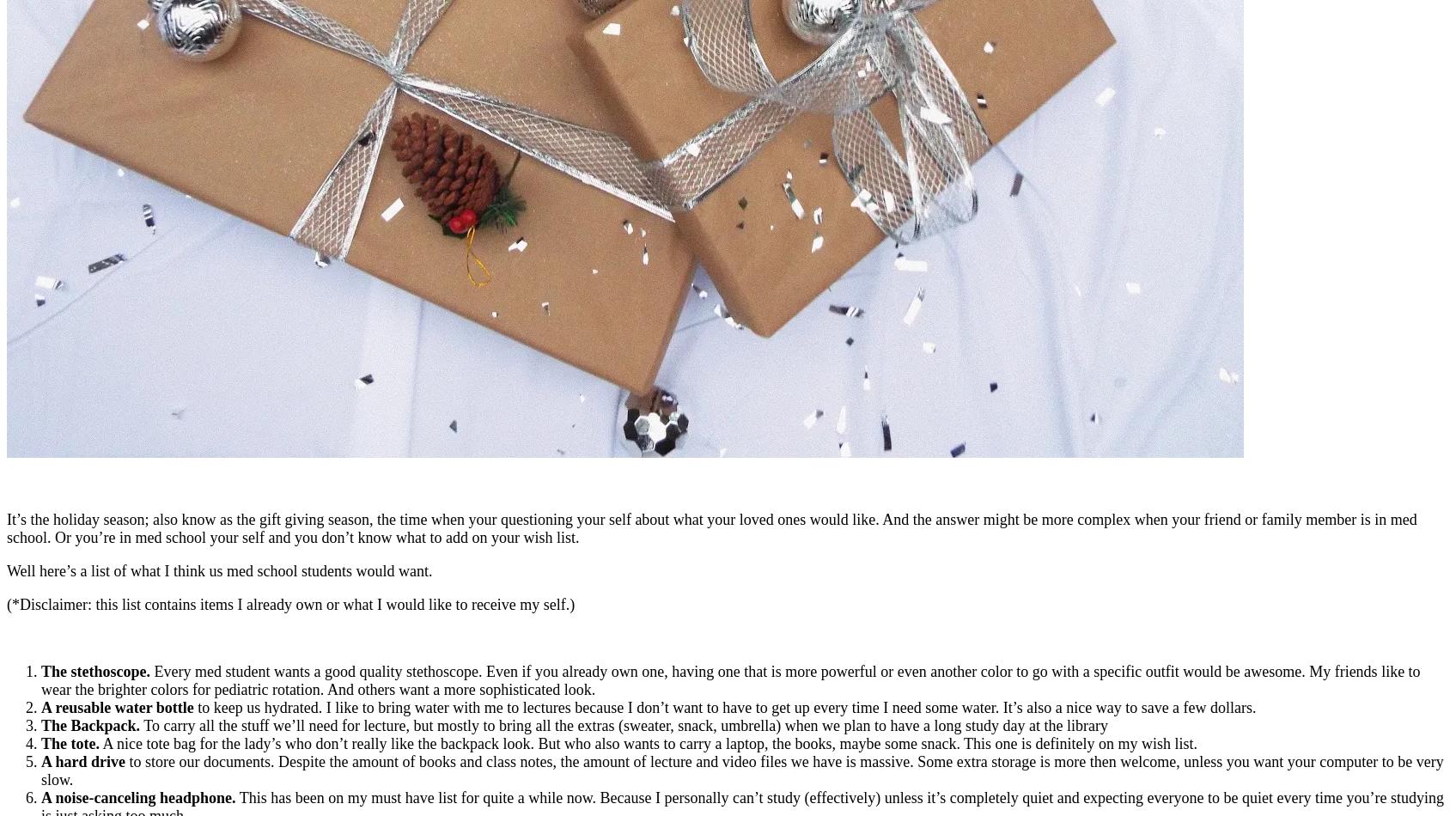 This screenshot has width=1456, height=816. Describe the element at coordinates (94, 669) in the screenshot. I see `'The stethoscope.'` at that location.